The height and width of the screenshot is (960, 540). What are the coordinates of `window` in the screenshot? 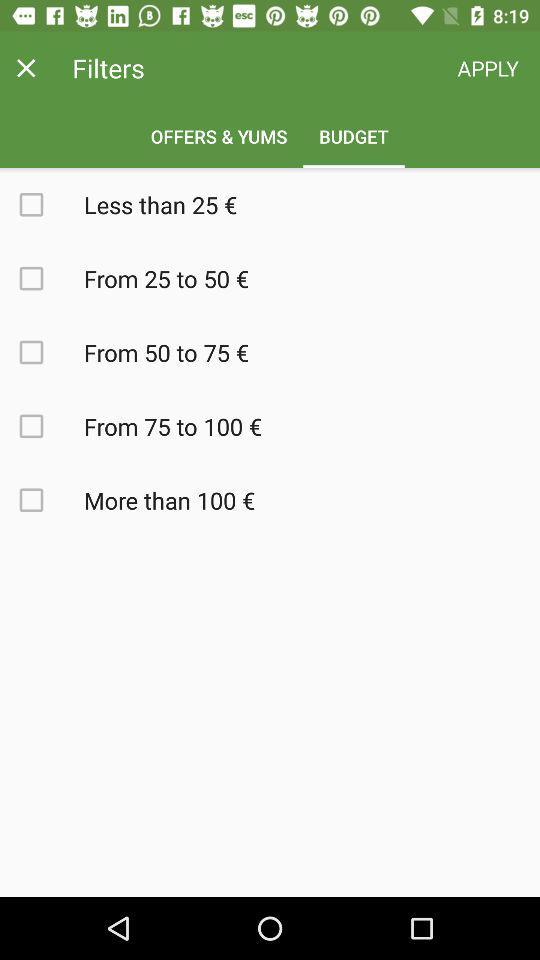 It's located at (25, 68).